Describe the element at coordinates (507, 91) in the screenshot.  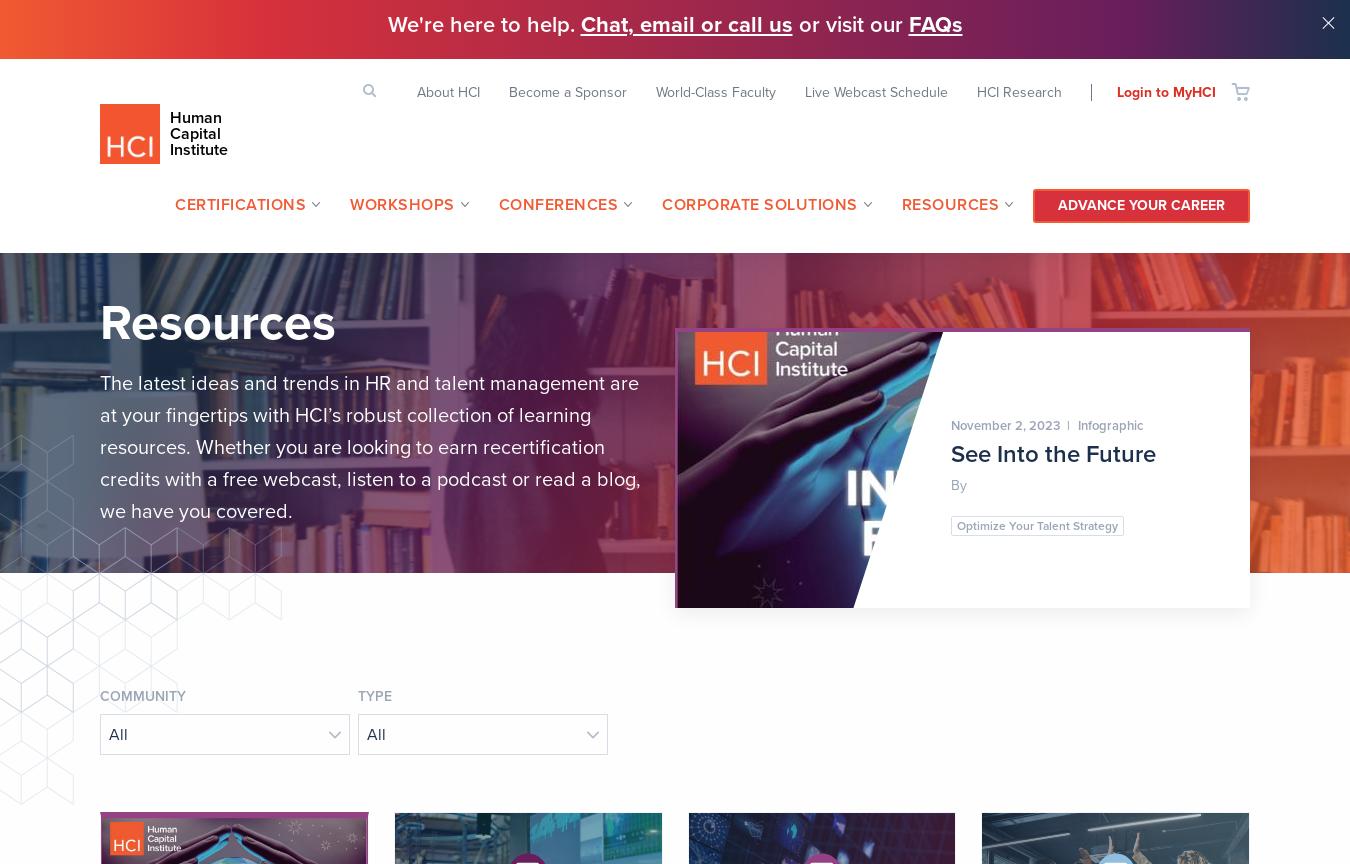
I see `'Become a Sponsor'` at that location.